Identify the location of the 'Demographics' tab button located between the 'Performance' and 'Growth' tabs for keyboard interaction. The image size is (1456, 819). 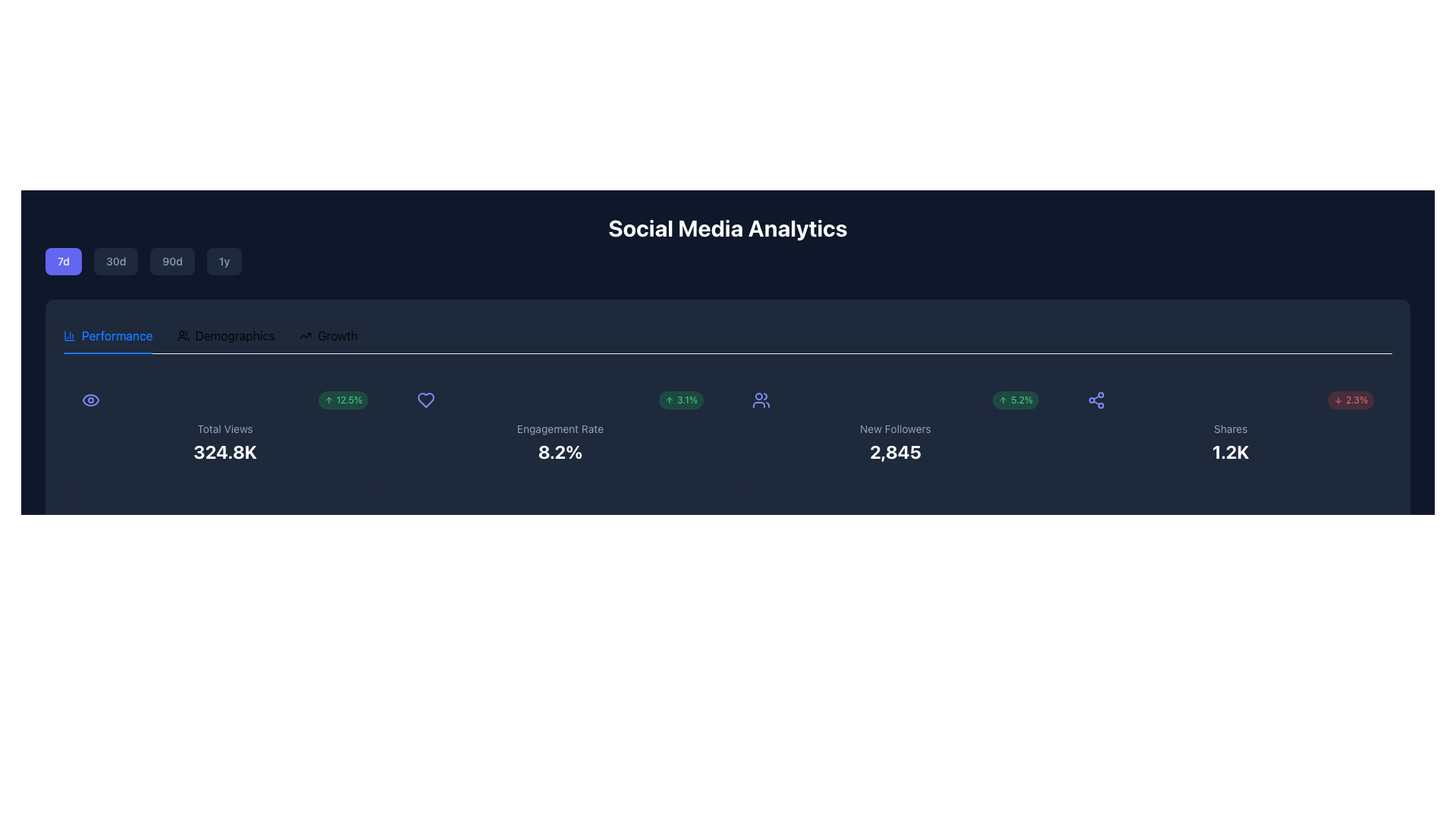
(225, 335).